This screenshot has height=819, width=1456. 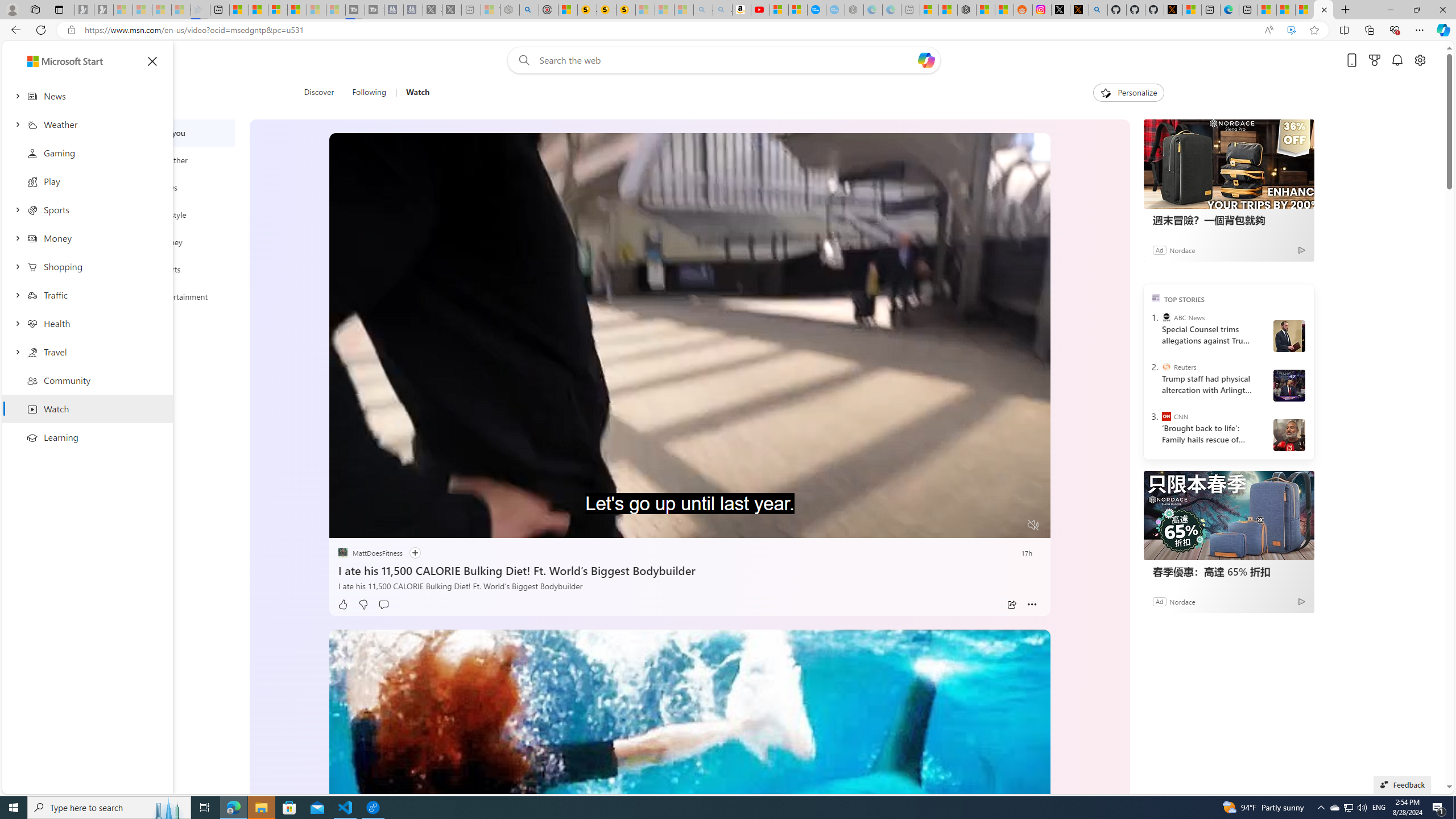 What do you see at coordinates (521, 60) in the screenshot?
I see `'Web search'` at bounding box center [521, 60].